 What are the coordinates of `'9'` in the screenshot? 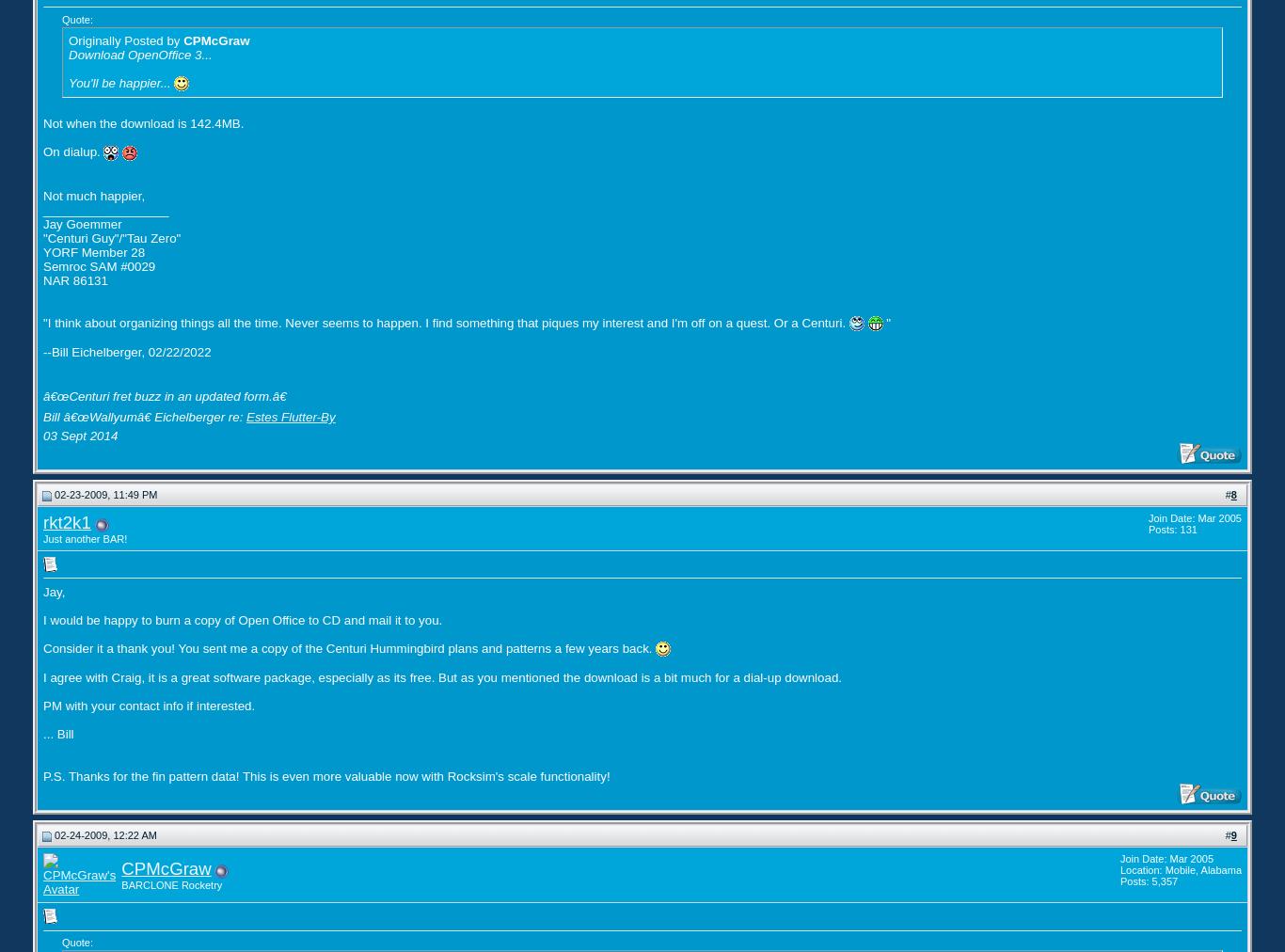 It's located at (1231, 835).